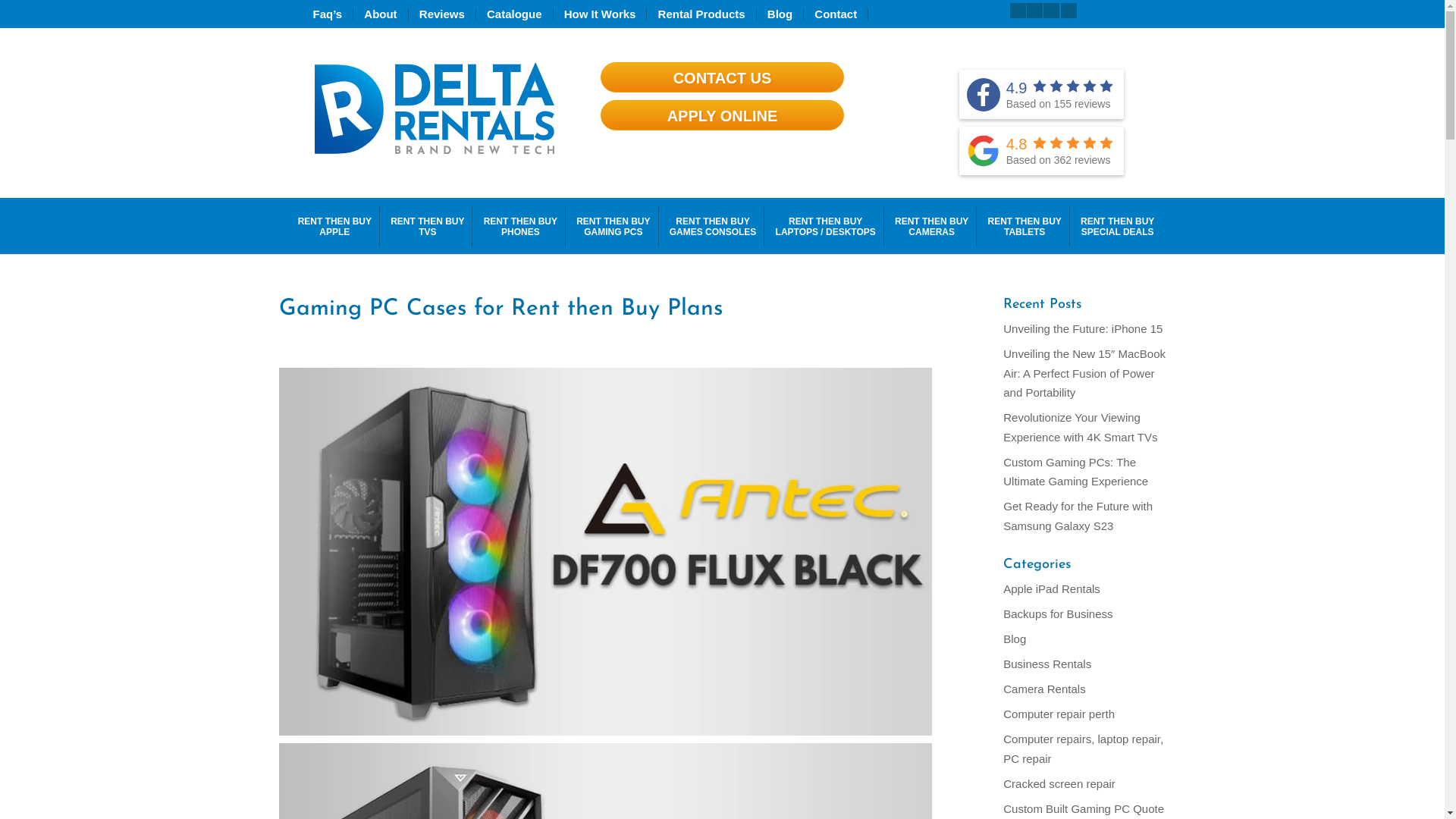 The height and width of the screenshot is (819, 1456). What do you see at coordinates (720, 77) in the screenshot?
I see `'CONTACT US'` at bounding box center [720, 77].